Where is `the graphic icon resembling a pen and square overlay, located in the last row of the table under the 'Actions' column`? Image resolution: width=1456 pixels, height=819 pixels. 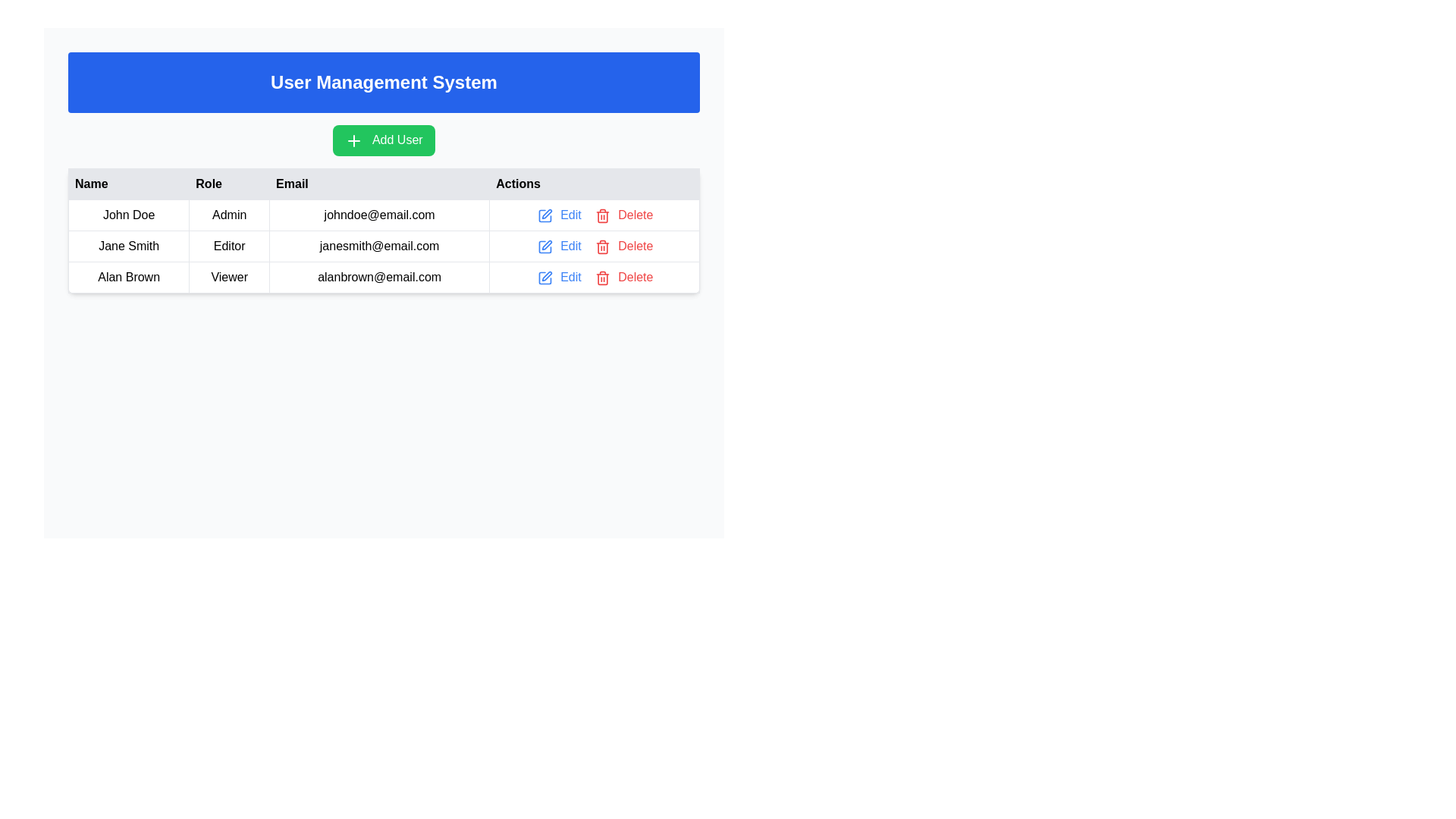
the graphic icon resembling a pen and square overlay, located in the last row of the table under the 'Actions' column is located at coordinates (546, 276).